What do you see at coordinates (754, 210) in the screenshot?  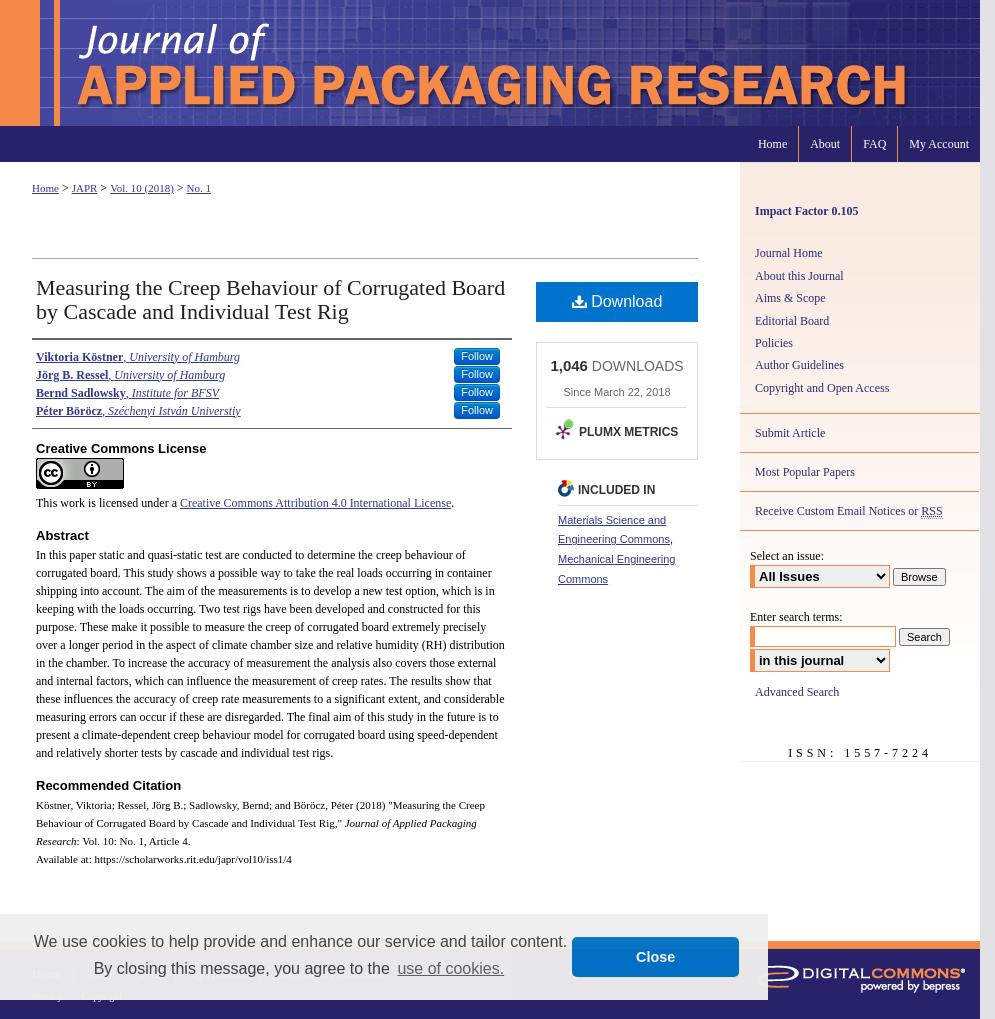 I see `'Impact Factor 0.105'` at bounding box center [754, 210].